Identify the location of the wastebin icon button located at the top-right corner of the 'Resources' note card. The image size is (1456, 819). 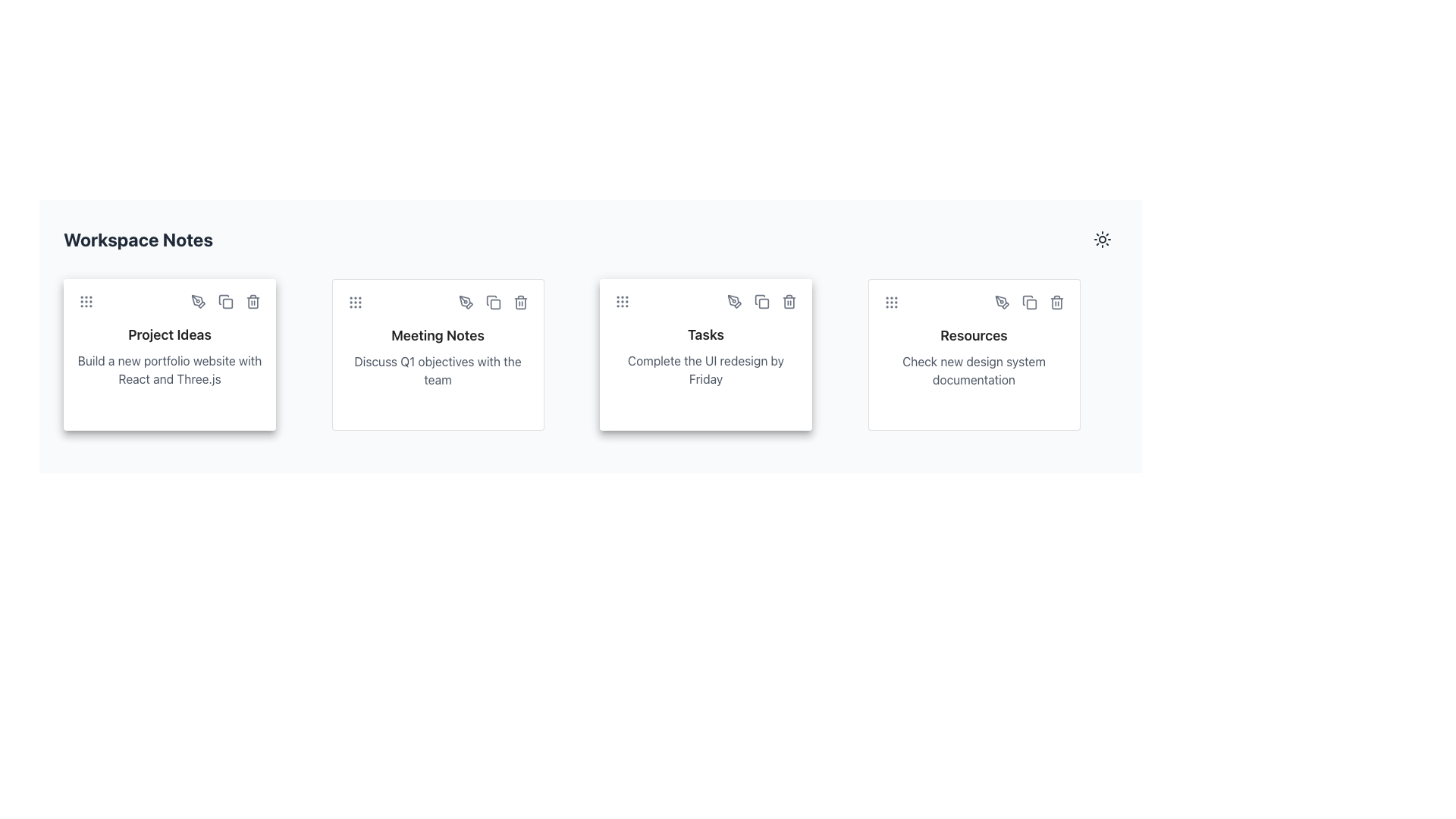
(1056, 302).